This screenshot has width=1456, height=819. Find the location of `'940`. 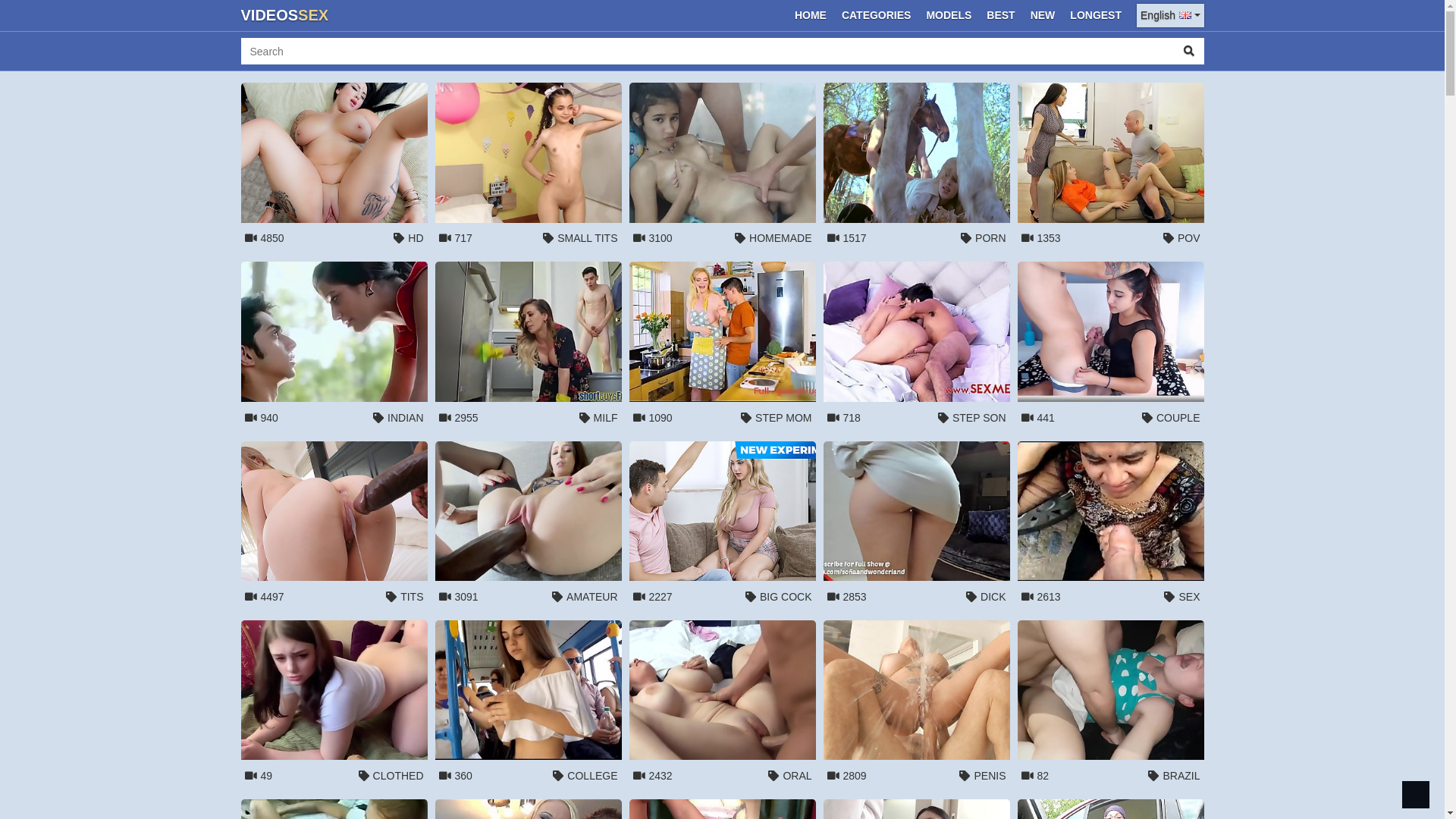

'940 is located at coordinates (334, 347).